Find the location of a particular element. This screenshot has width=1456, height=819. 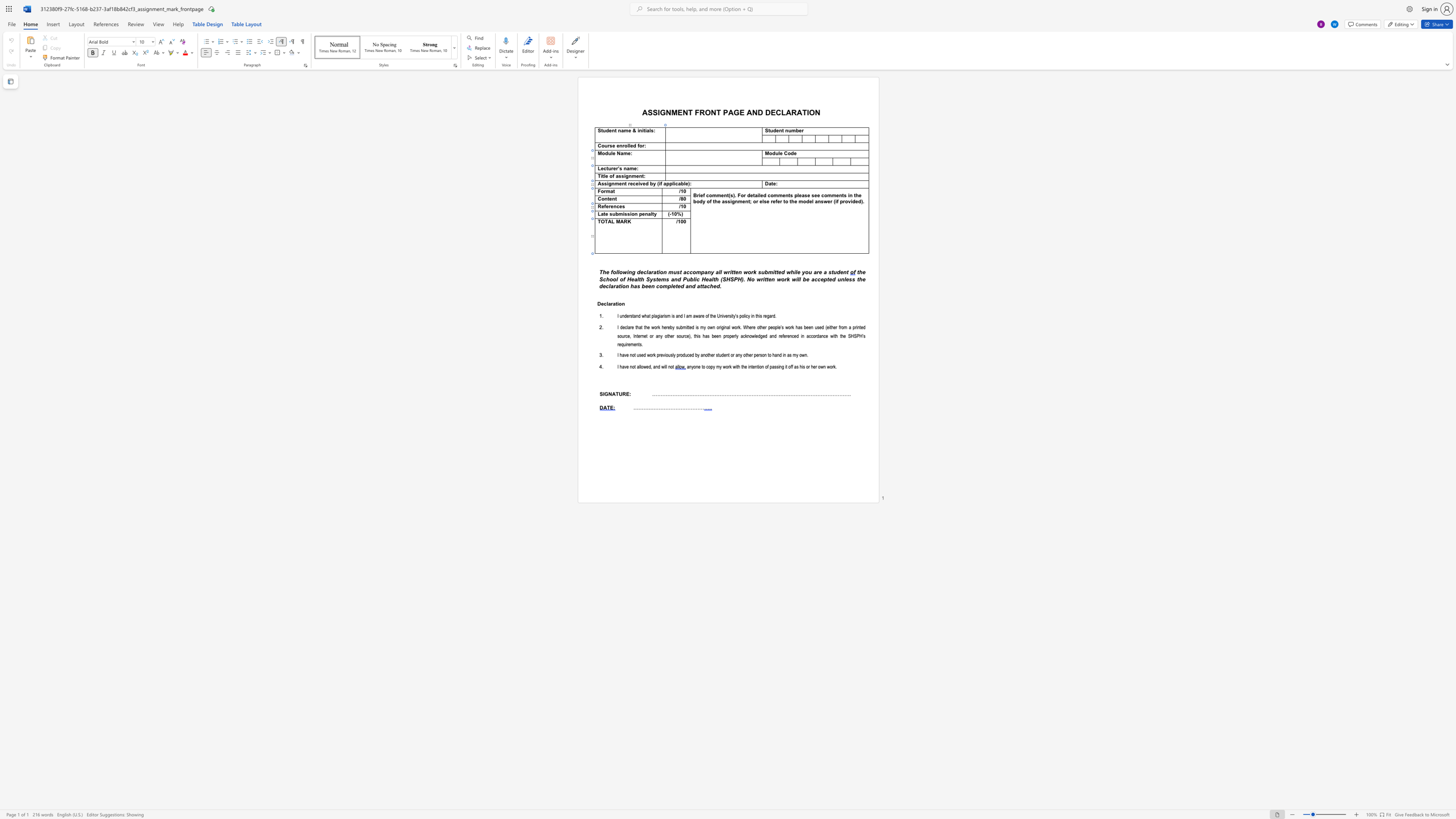

the 2th character "t" in the text is located at coordinates (656, 279).